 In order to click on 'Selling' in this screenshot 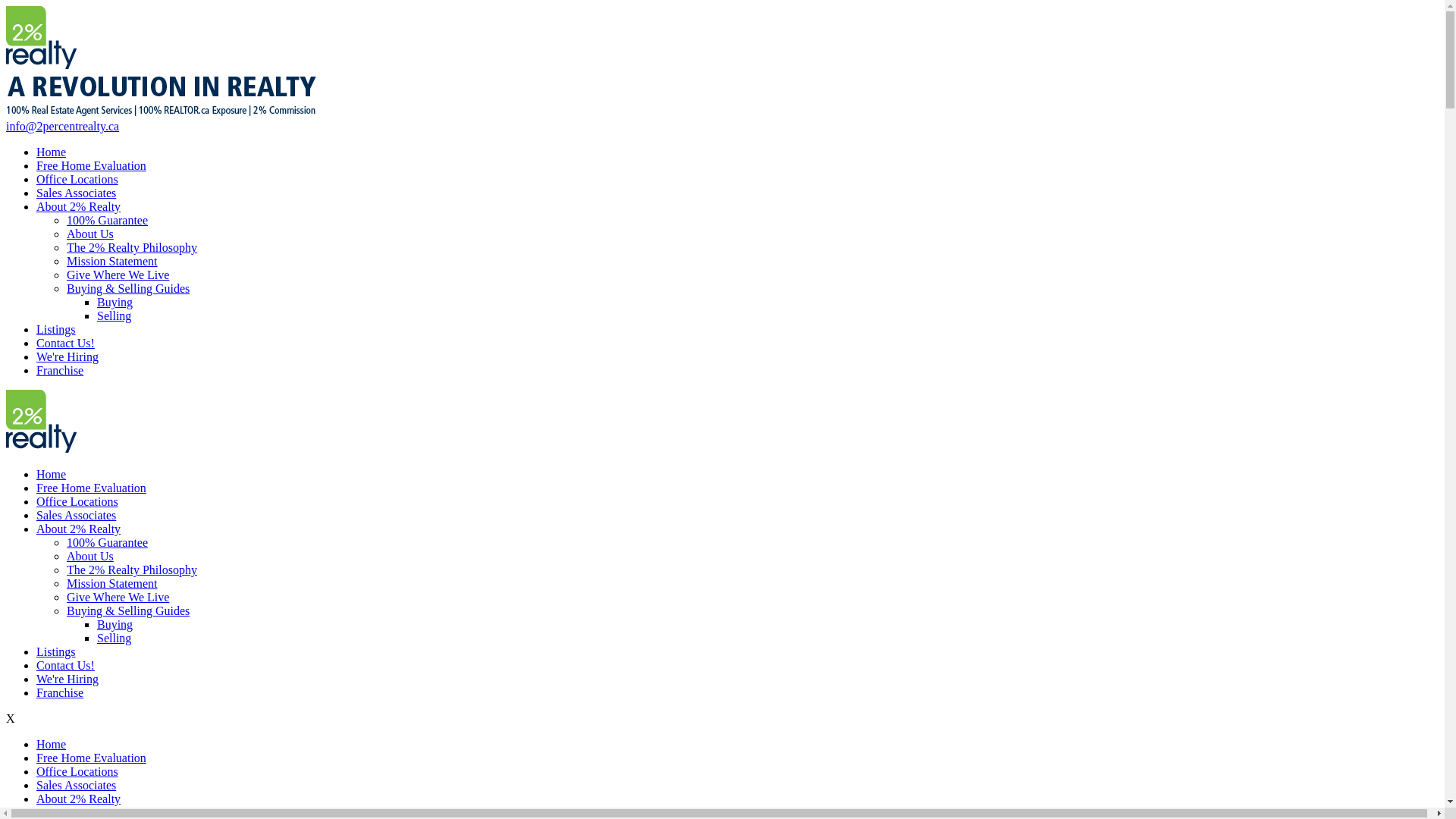, I will do `click(96, 638)`.